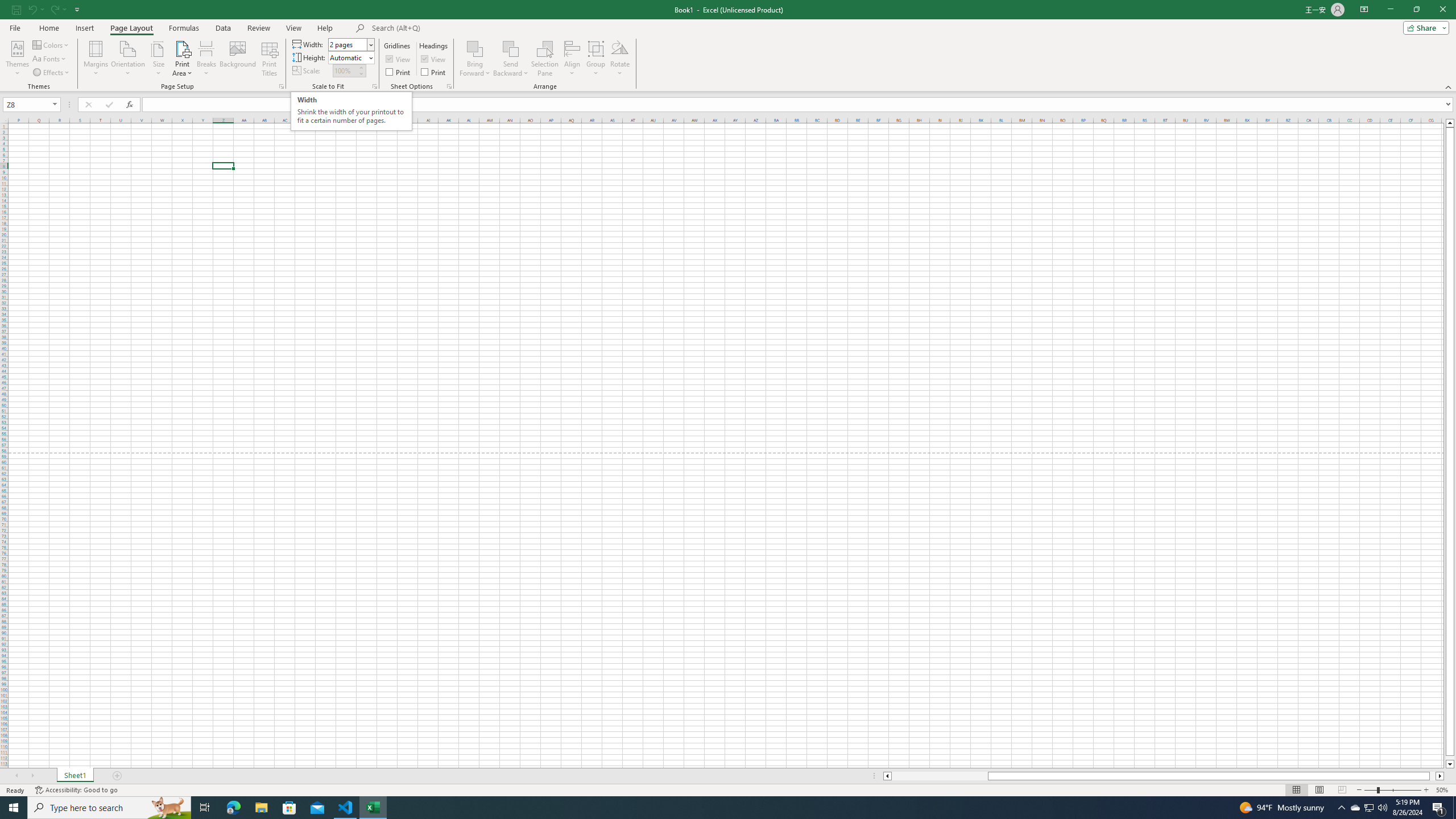  I want to click on 'Formulas', so click(185, 28).